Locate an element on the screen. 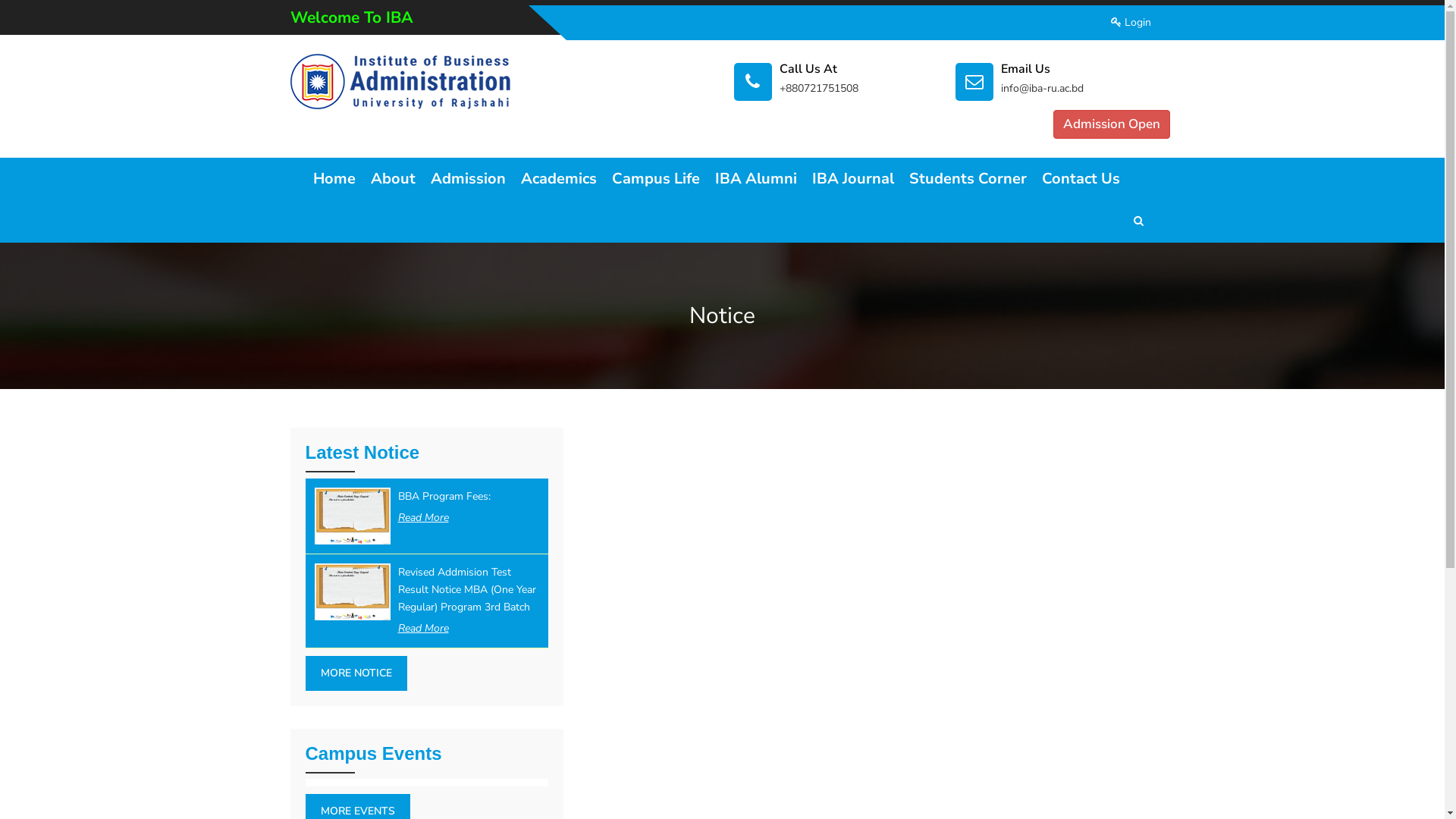 This screenshot has width=1456, height=819. 'Admission' is located at coordinates (467, 177).